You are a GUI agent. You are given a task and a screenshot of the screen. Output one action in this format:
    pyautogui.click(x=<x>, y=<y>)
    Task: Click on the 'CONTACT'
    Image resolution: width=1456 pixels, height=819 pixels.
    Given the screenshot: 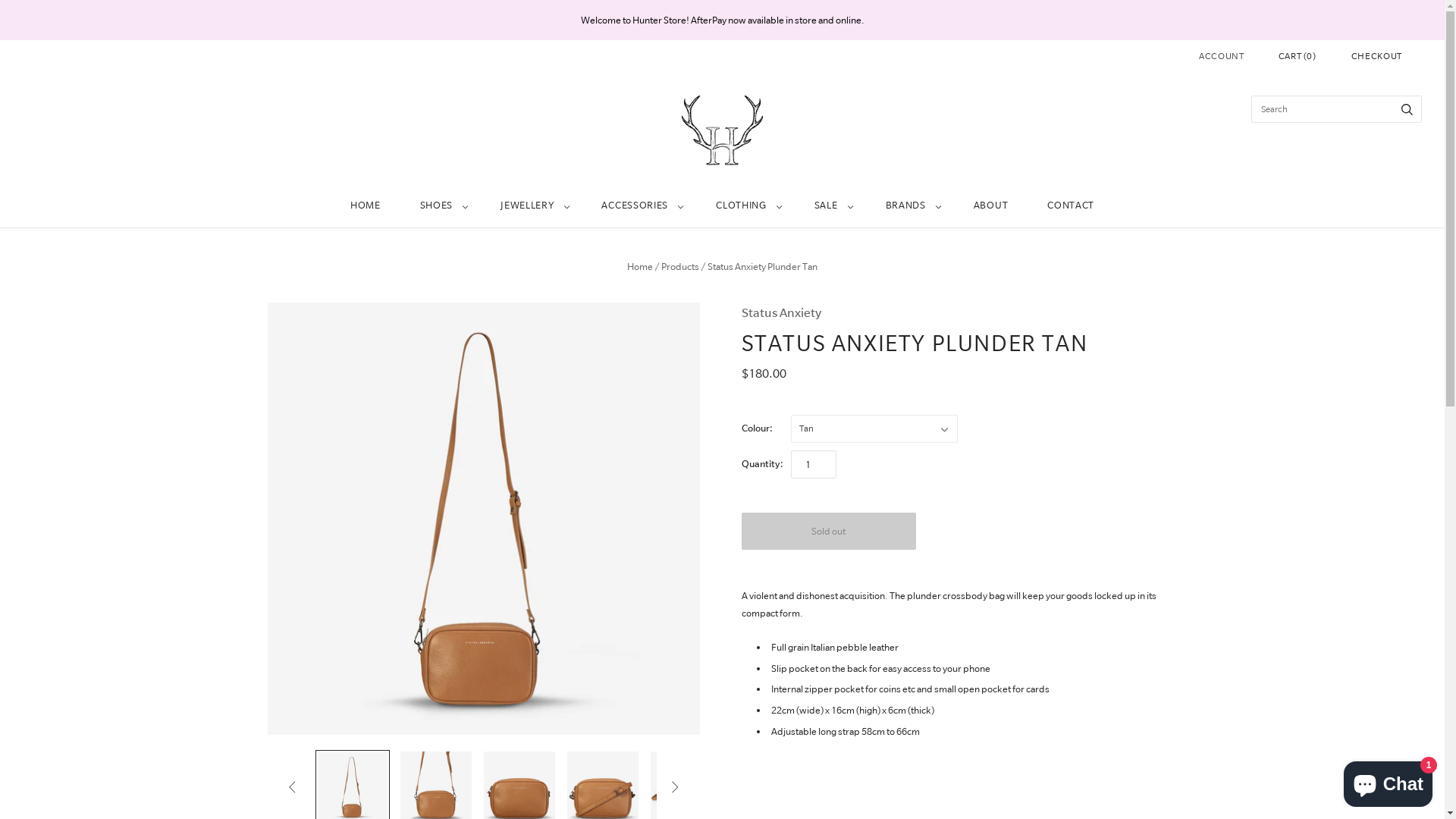 What is the action you would take?
    pyautogui.click(x=1027, y=206)
    